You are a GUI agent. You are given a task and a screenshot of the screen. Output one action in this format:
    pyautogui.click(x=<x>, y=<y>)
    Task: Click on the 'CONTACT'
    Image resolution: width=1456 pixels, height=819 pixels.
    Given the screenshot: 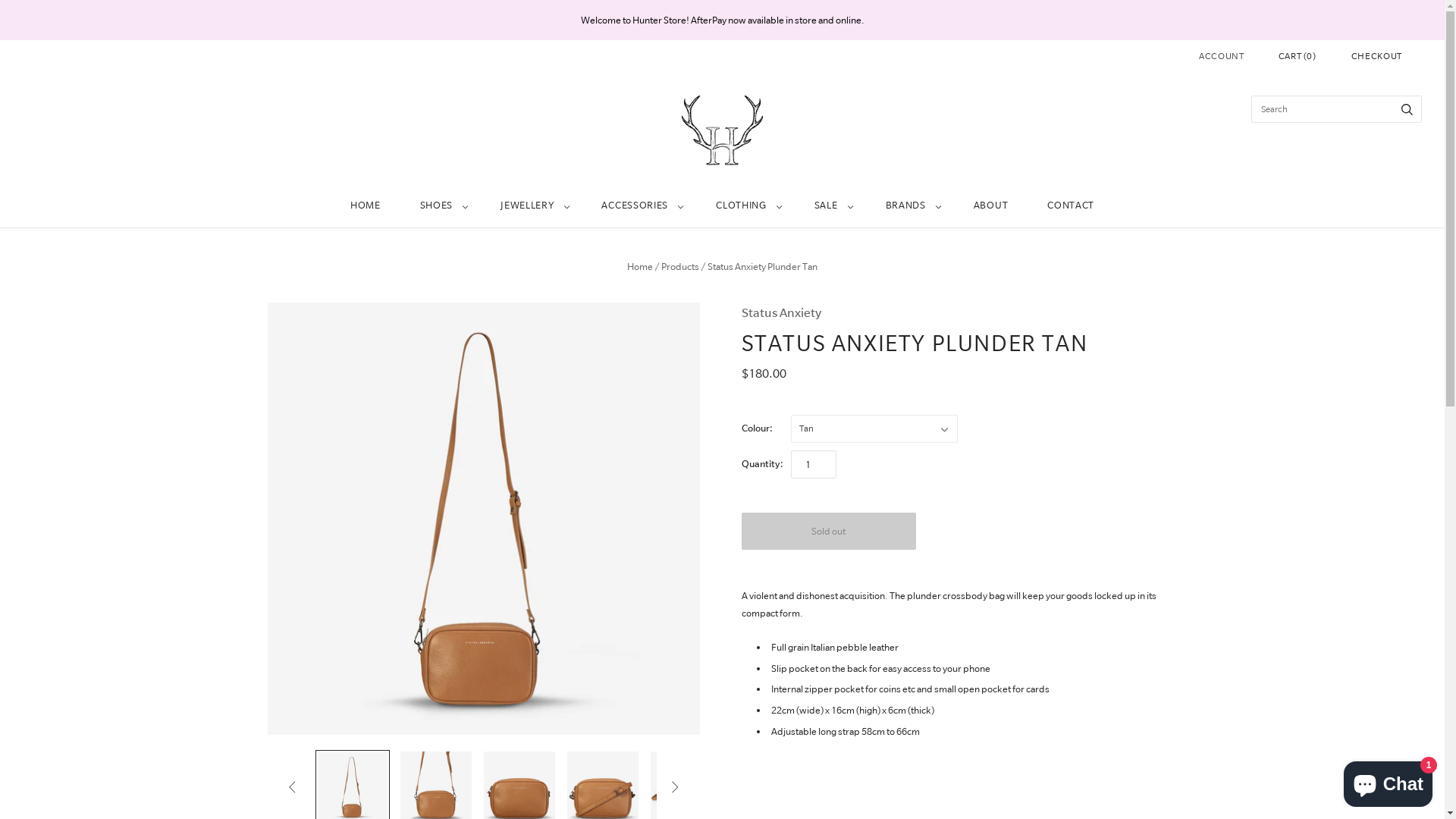 What is the action you would take?
    pyautogui.click(x=1027, y=206)
    